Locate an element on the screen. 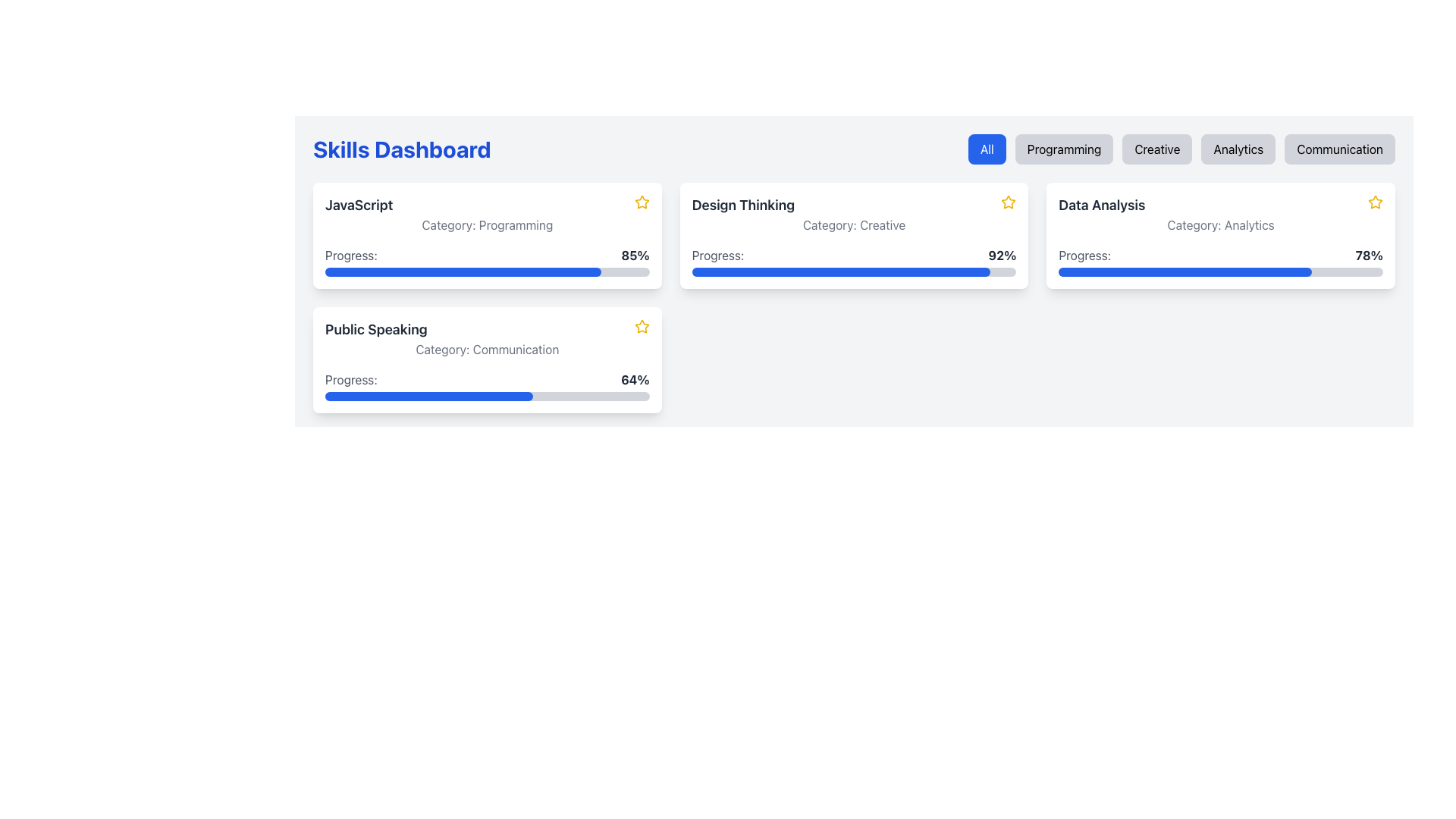  the static text label that categorizes the skill as 'Programming', located within a card under 'JavaScript' and above the progress information in the Skills Dashboard layout is located at coordinates (487, 225).